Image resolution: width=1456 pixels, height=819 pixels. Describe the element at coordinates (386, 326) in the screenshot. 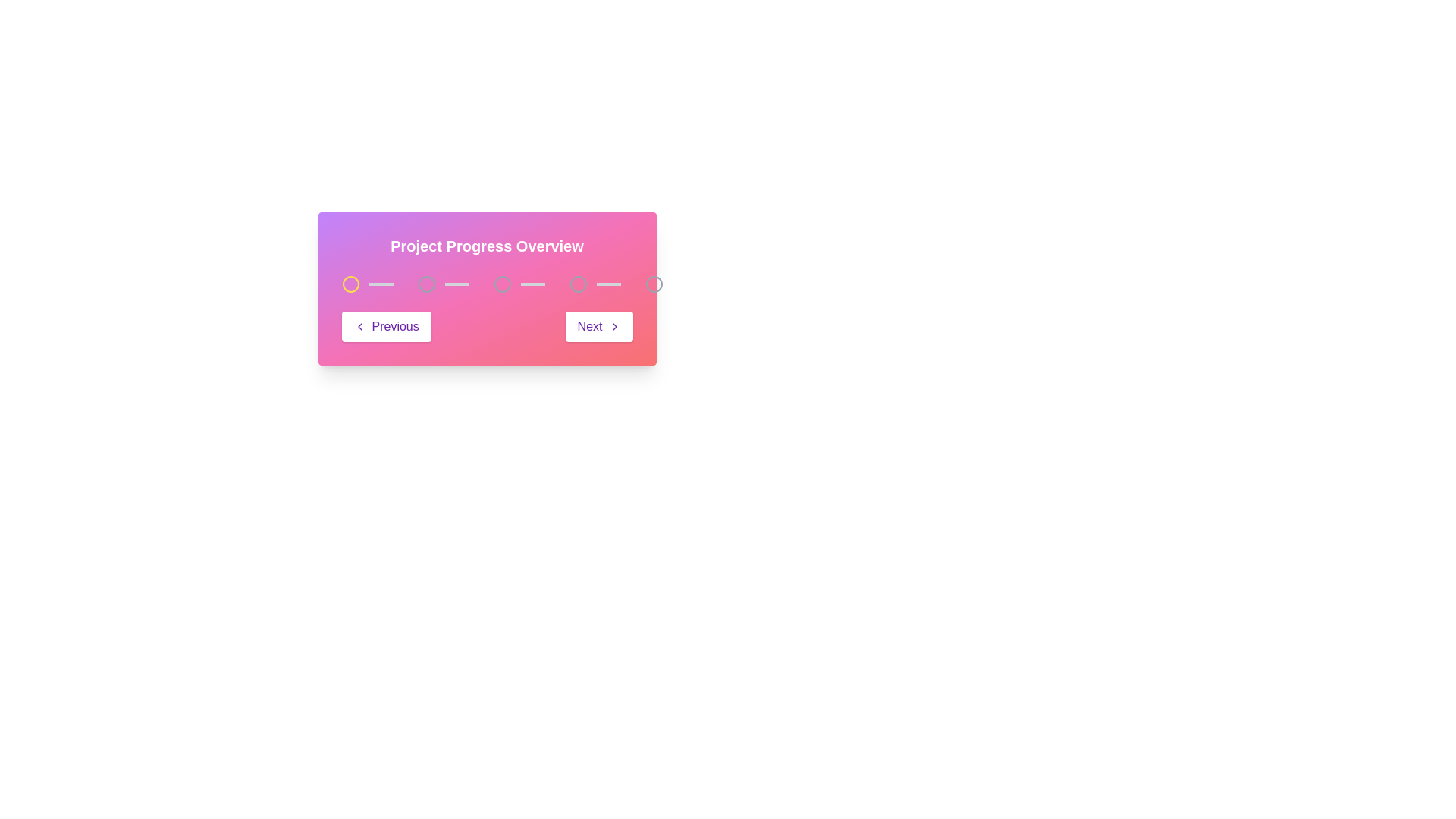

I see `the 'Previous' button, which is a rectangular button styled in white with a purple border and contains a leftward arrow icon followed by the text 'Previous' in bold purple text` at that location.